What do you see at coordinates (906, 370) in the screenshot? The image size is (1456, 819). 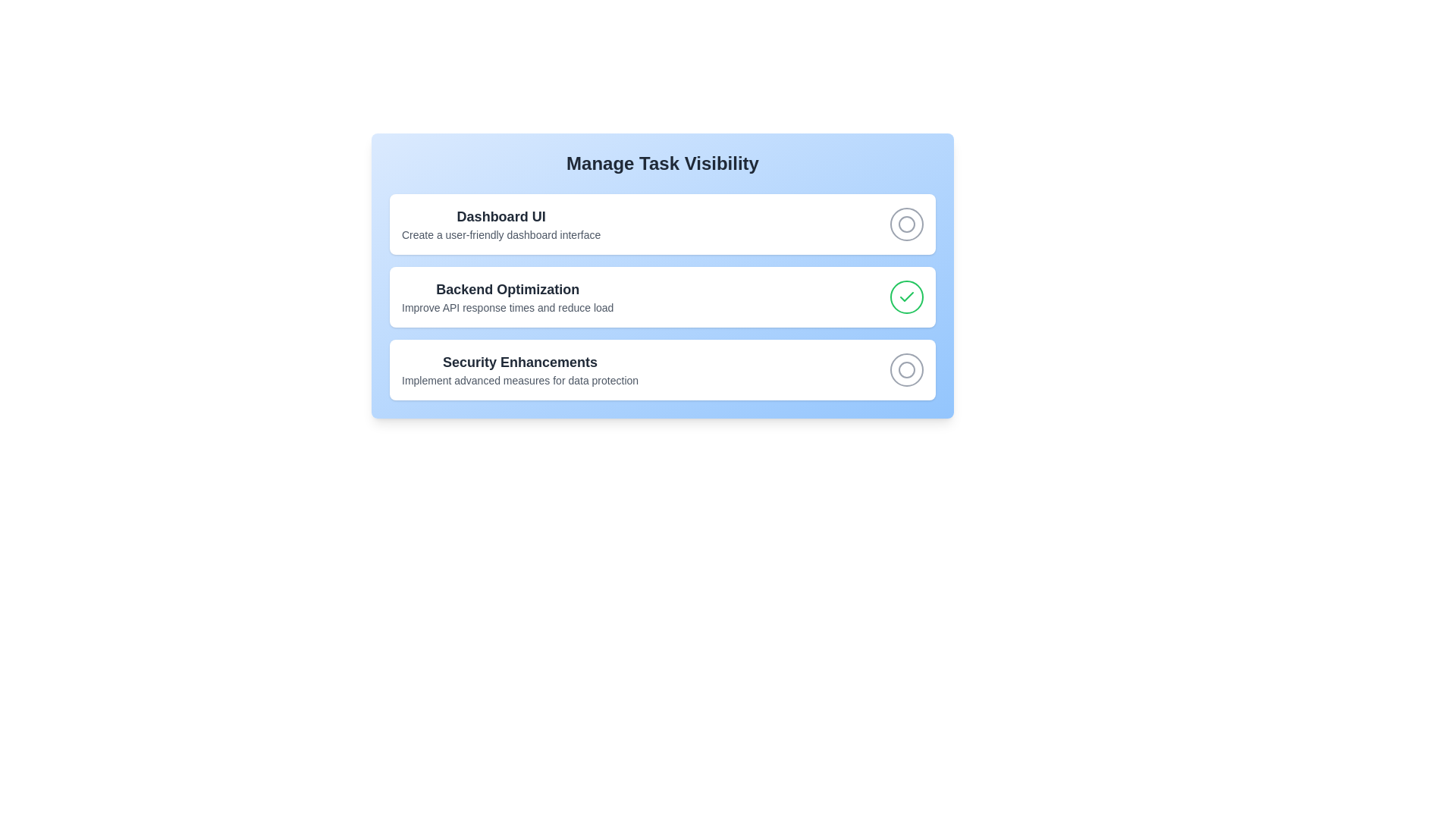 I see `the button located at the far-right side of the 'Security Enhancements' list item` at bounding box center [906, 370].